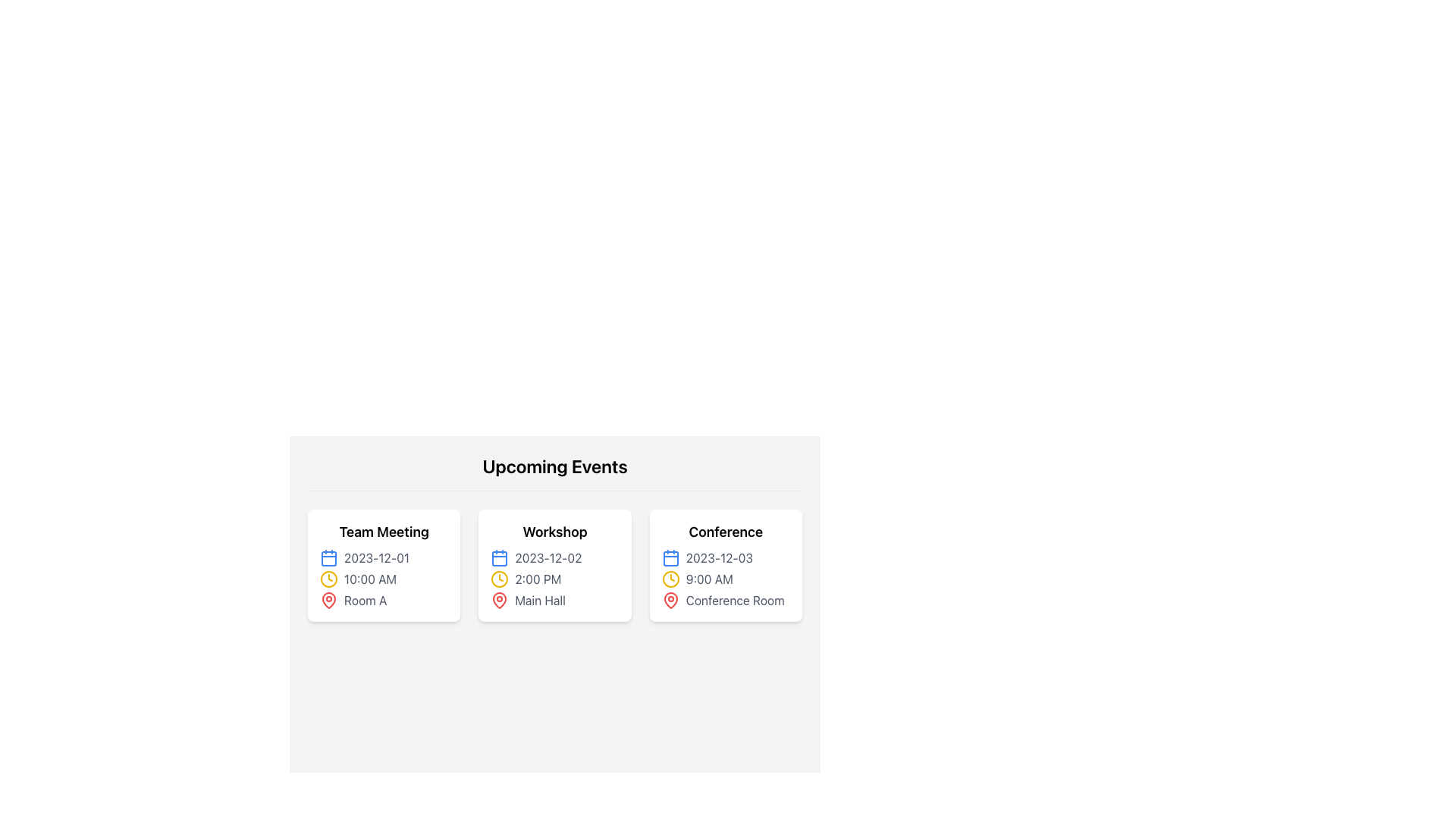 This screenshot has height=819, width=1456. I want to click on the red location pin icon next to the text 'Room A' that indicates the location for the 'Team Meeting' scheduled on 2023-12-01, so click(328, 599).